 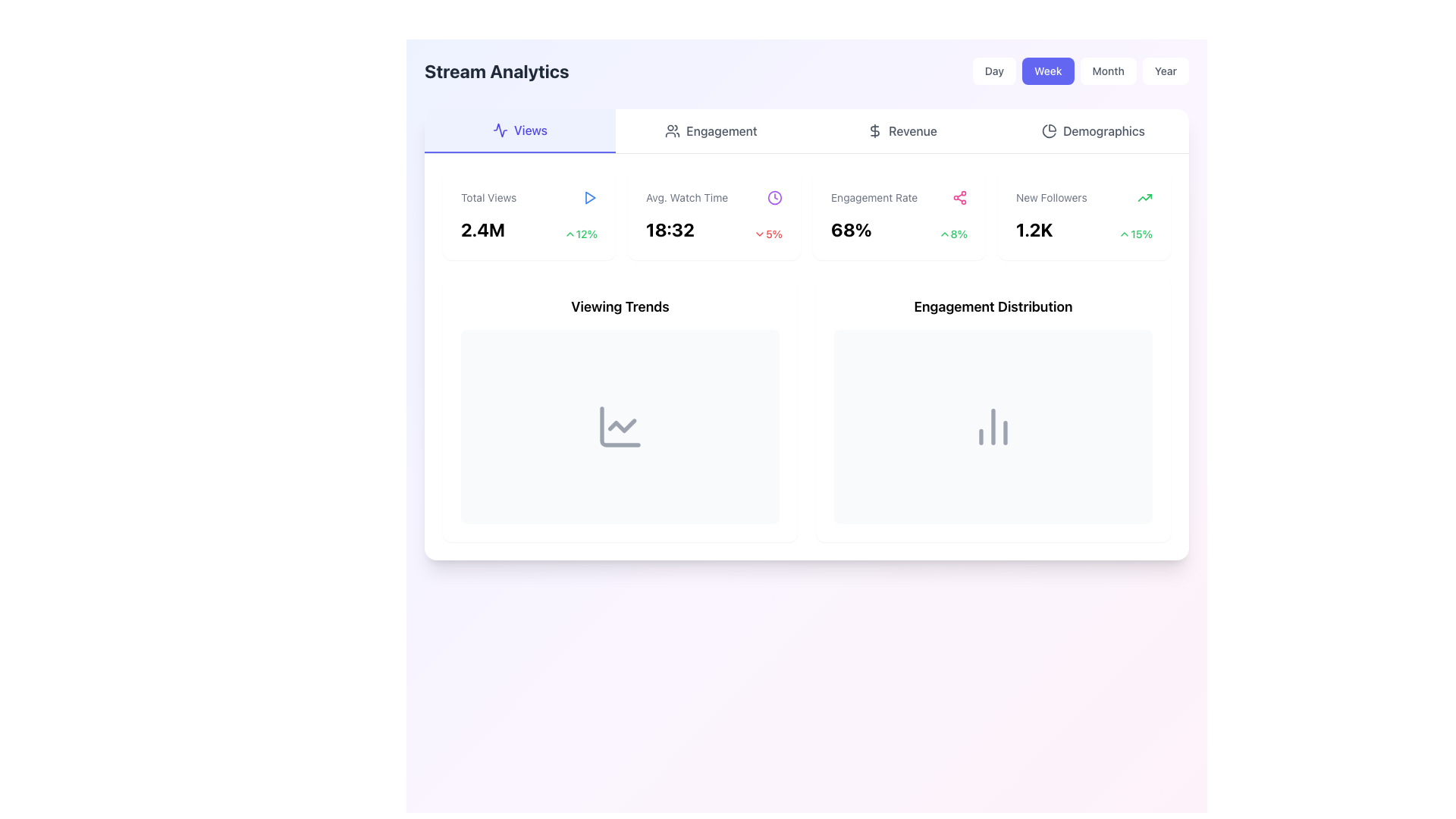 What do you see at coordinates (899, 230) in the screenshot?
I see `the Data Display element showing the engagement rate of 68% and its increase of 8%, located centrally within the 'Engagement Rate' card` at bounding box center [899, 230].